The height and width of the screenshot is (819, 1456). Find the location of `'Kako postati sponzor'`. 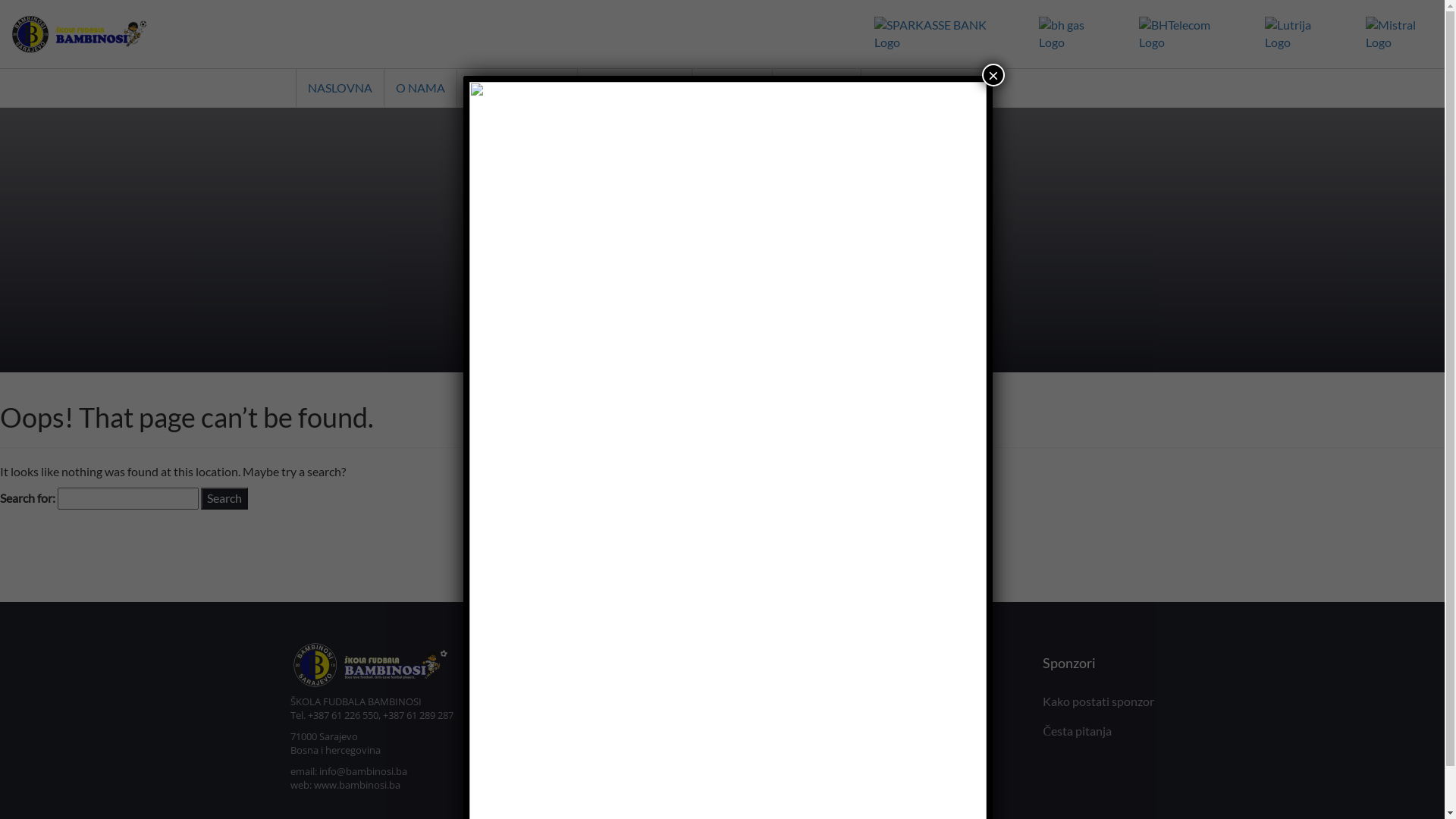

'Kako postati sponzor' is located at coordinates (1098, 701).